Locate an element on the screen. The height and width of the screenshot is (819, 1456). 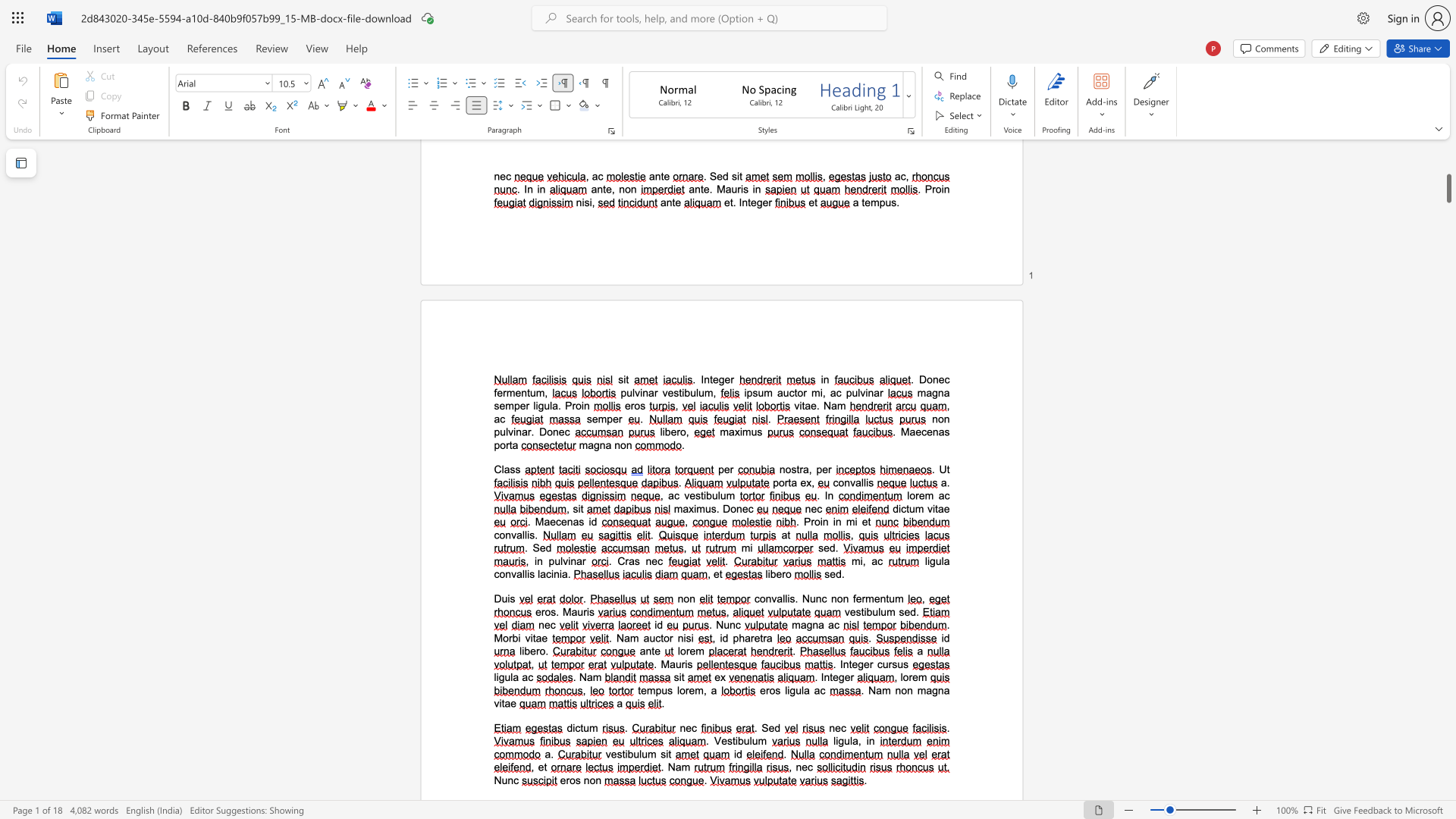
the 2th character "u" in the text is located at coordinates (755, 740).